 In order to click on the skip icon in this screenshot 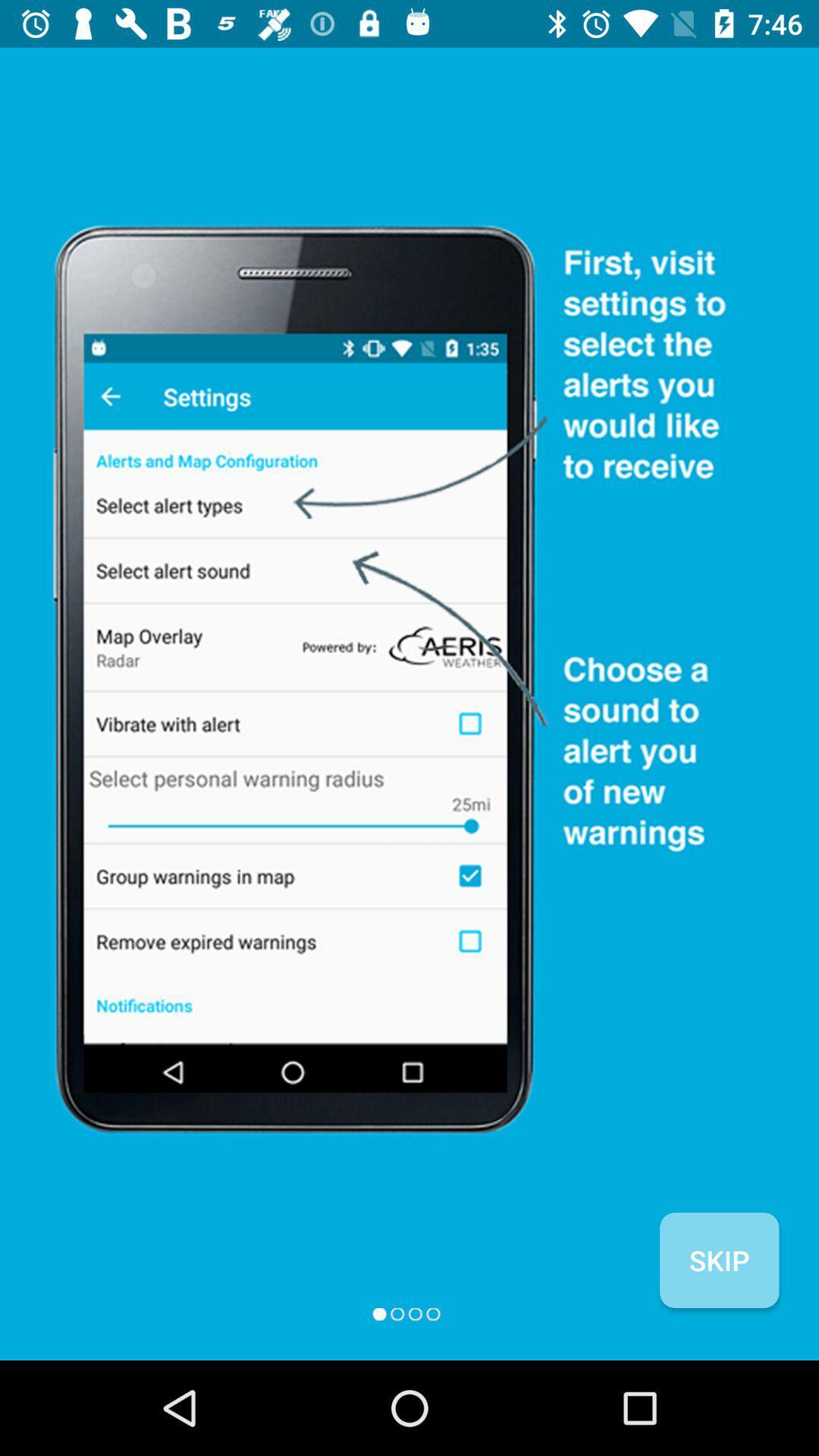, I will do `click(718, 1260)`.